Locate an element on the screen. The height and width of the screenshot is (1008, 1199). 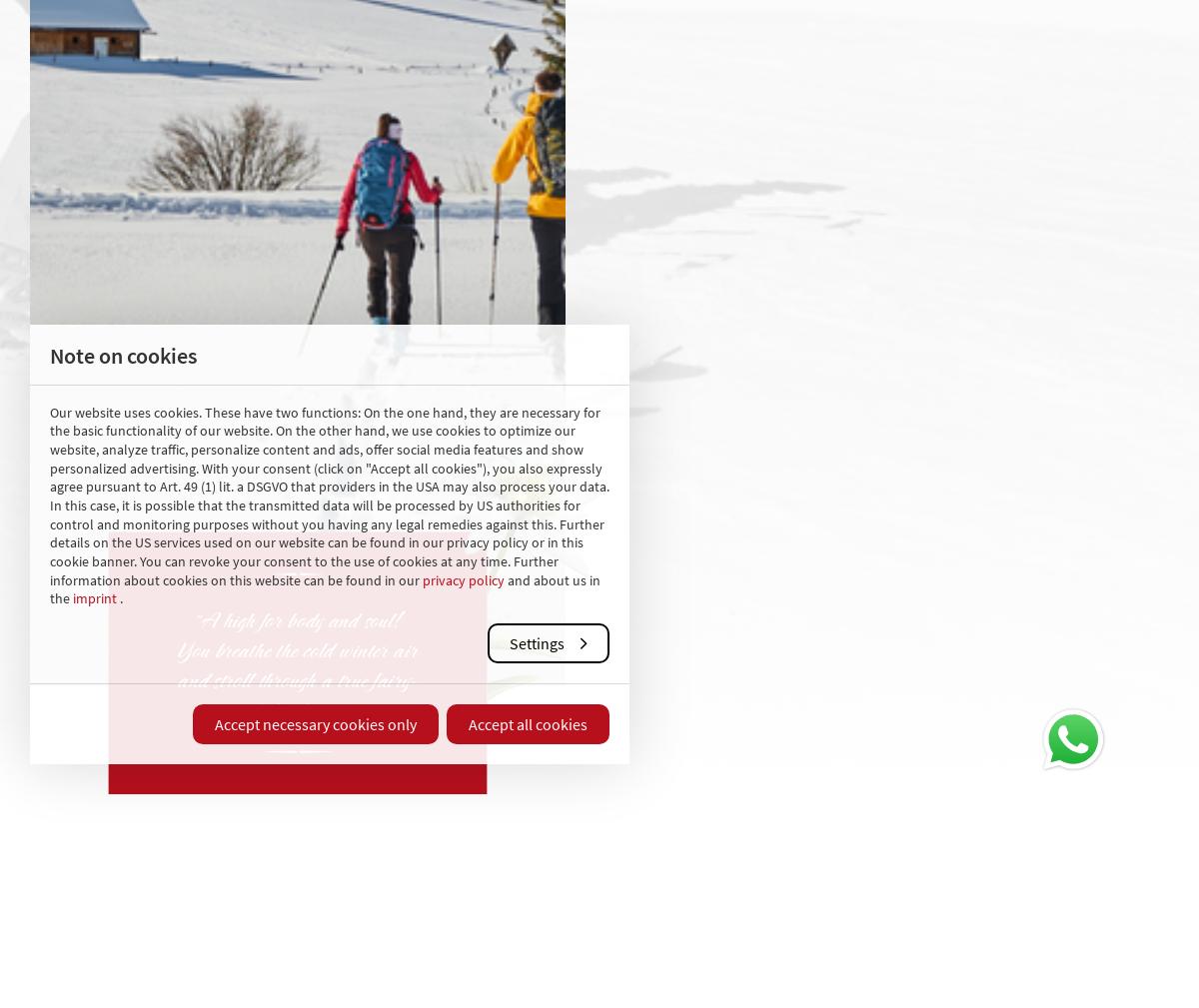
'Your Lungau' is located at coordinates (426, 789).